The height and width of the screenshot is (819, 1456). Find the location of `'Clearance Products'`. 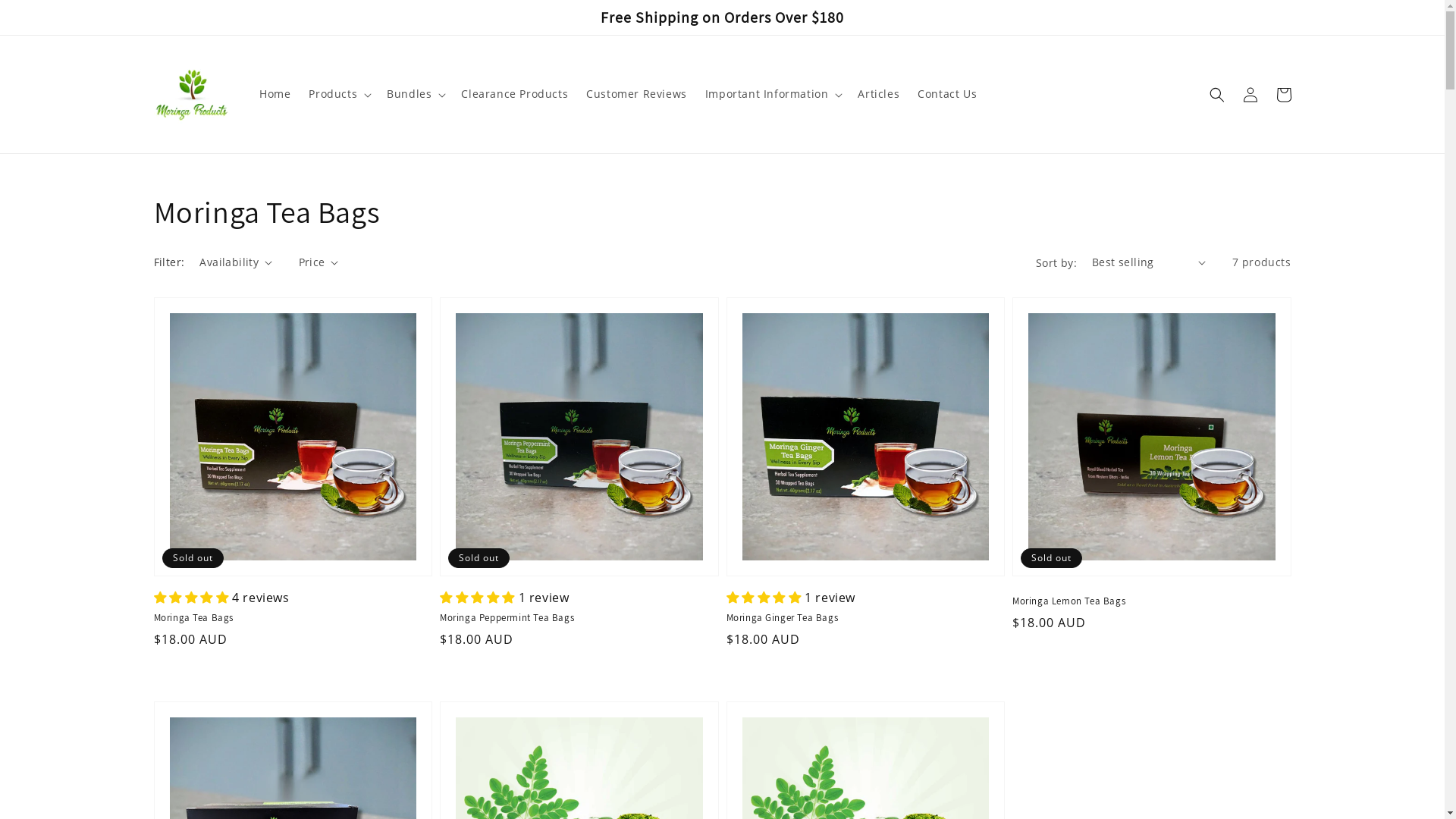

'Clearance Products' is located at coordinates (514, 93).